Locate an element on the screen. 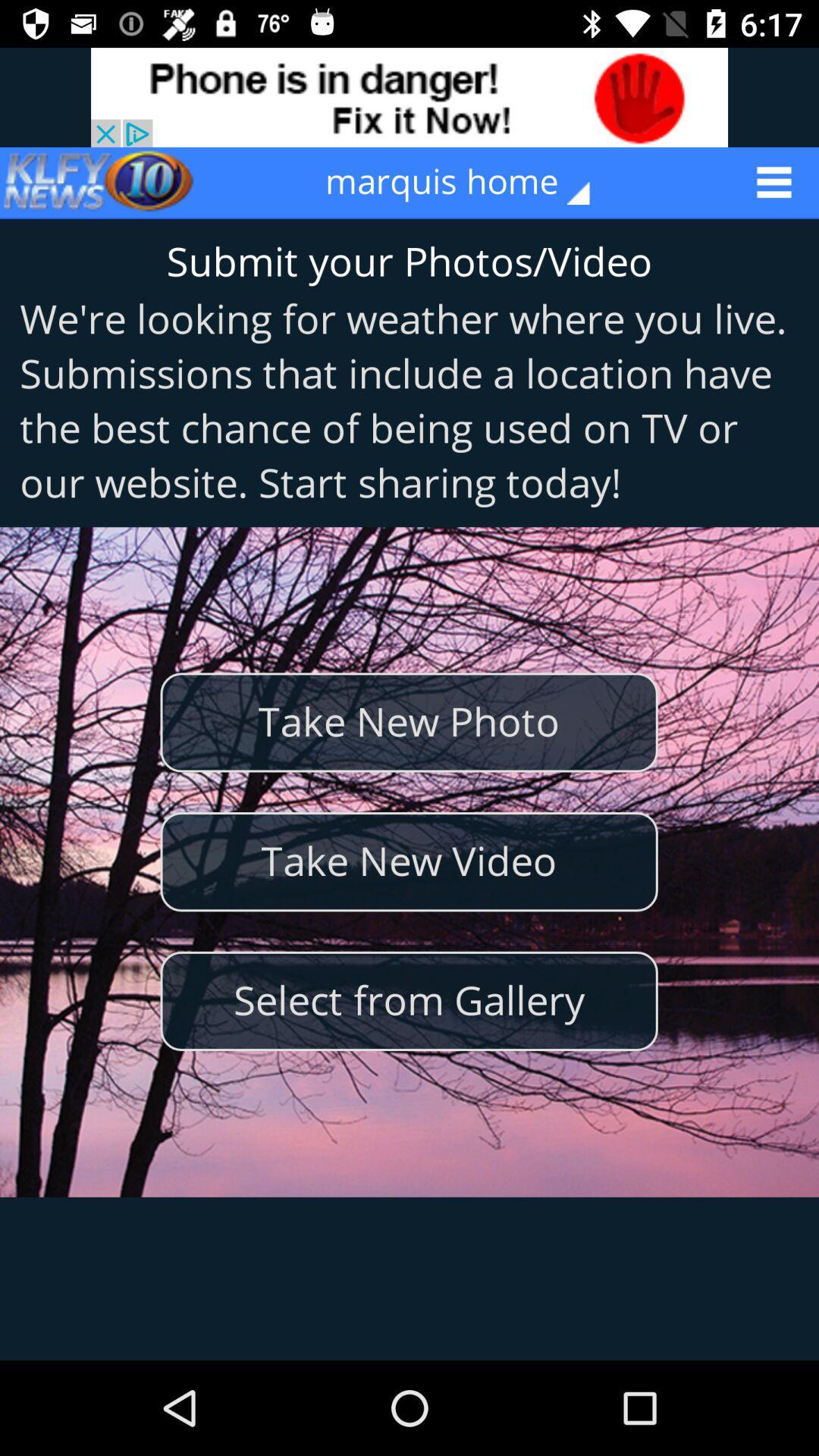 The height and width of the screenshot is (1456, 819). item next to the marquis home item is located at coordinates (99, 182).